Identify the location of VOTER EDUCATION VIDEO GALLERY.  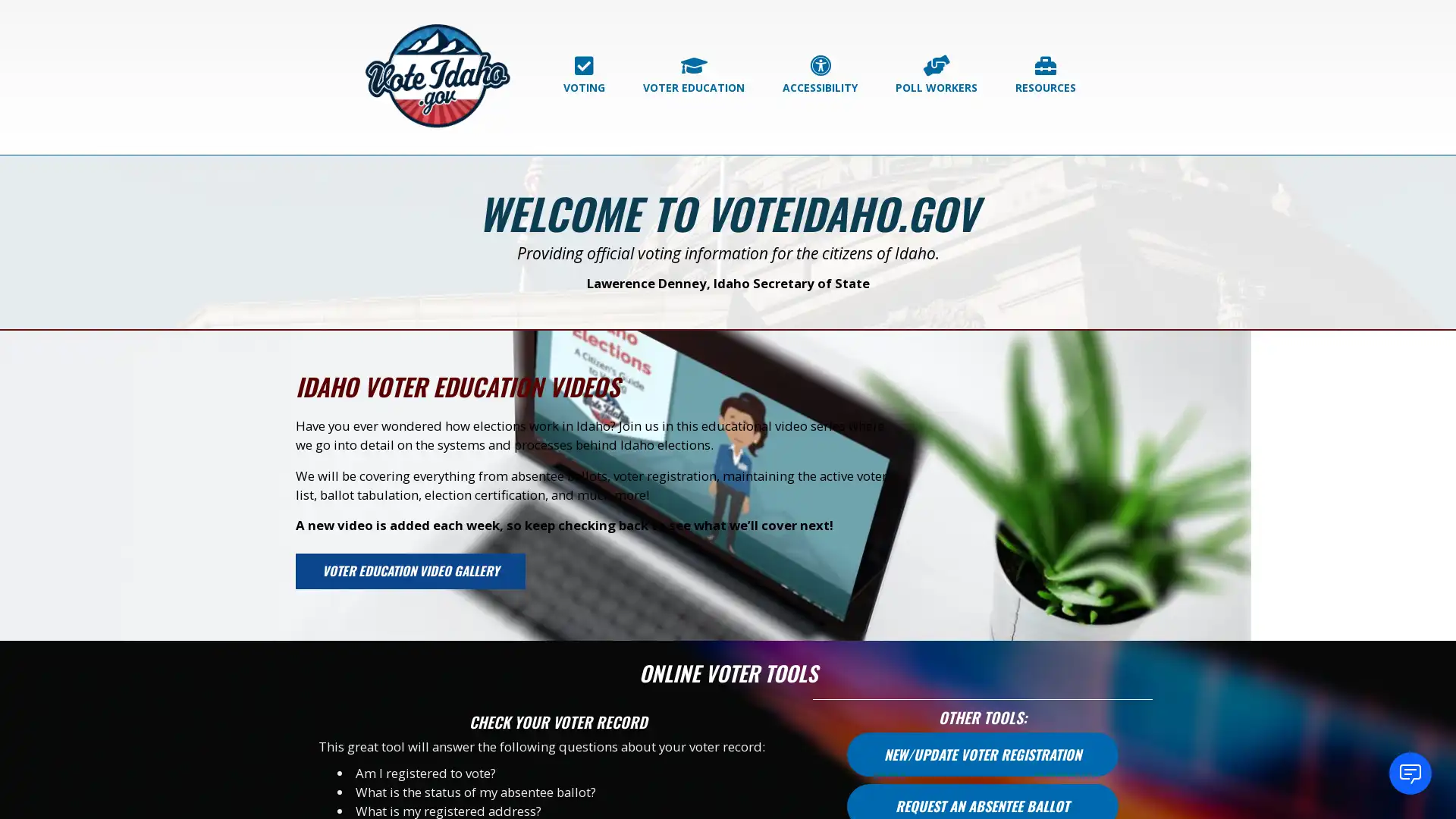
(431, 573).